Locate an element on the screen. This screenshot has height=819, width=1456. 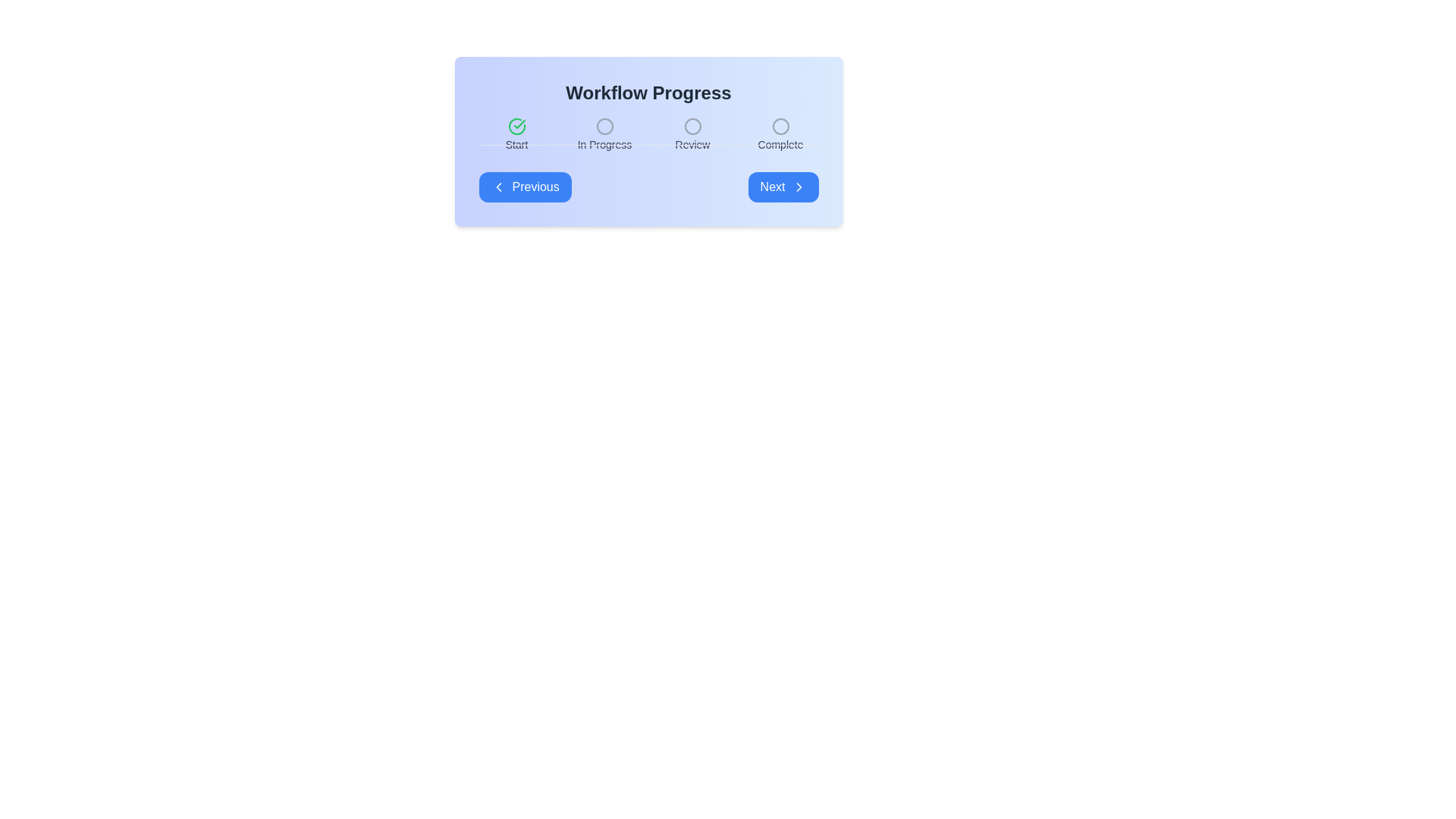
the third visual indicator (SVG Circle) in the workflow progress bar under the 'Review' title, which indicates the current status of the process is located at coordinates (692, 125).